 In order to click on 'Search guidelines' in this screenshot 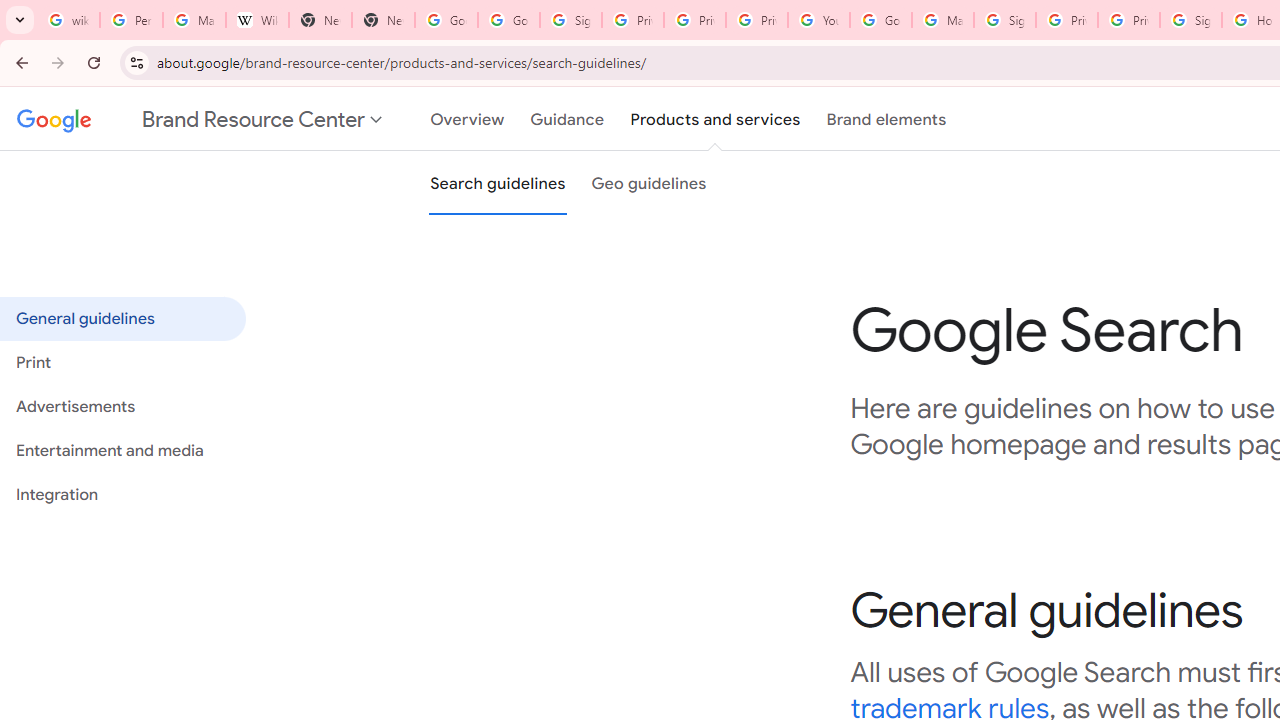, I will do `click(497, 183)`.